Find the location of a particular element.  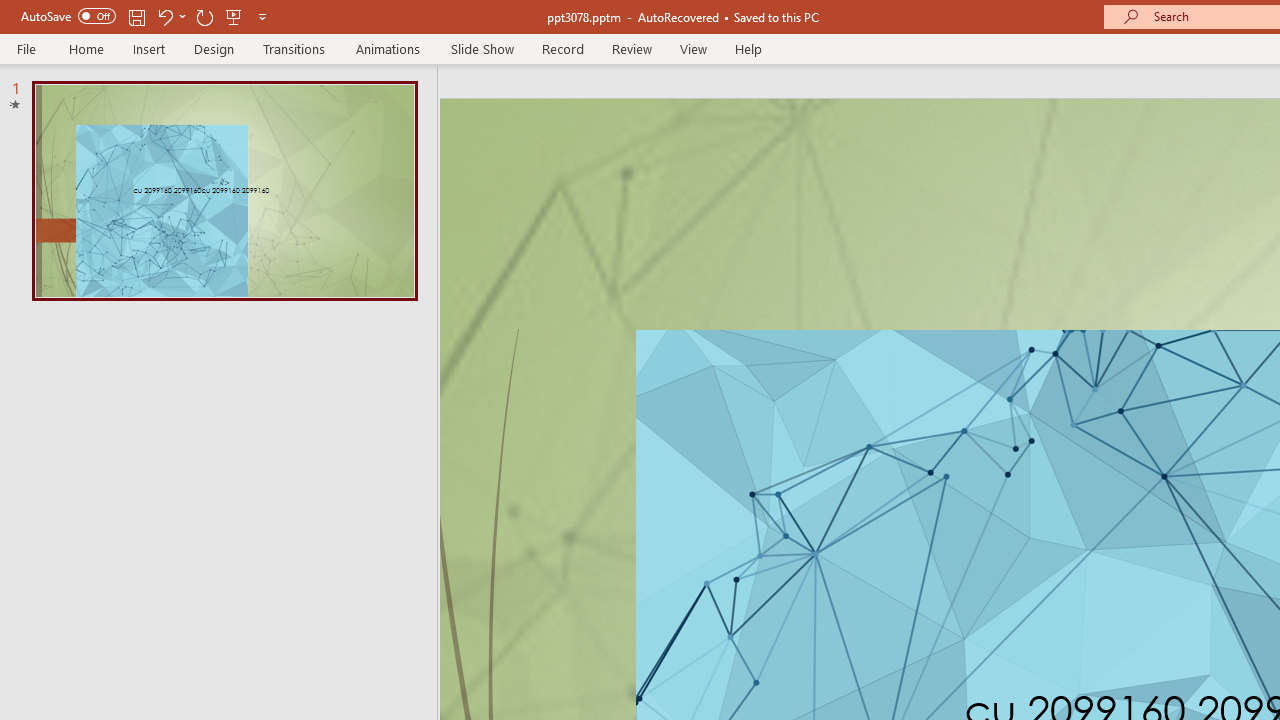

'Insert' is located at coordinates (148, 48).